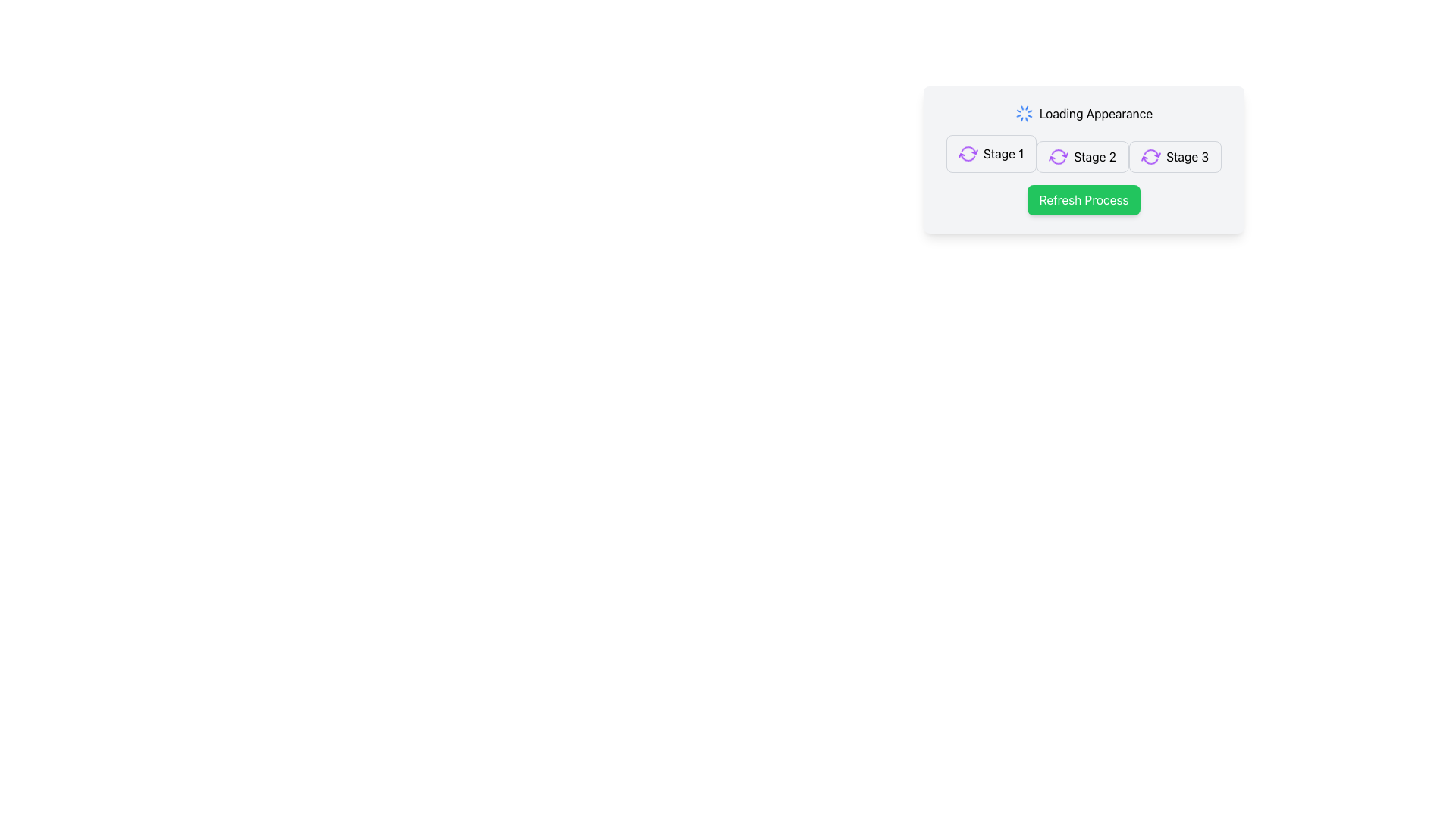 This screenshot has width=1456, height=819. What do you see at coordinates (1175, 157) in the screenshot?
I see `the 'Stage 3' button, which is a rectangular button with a light border and a purple refresh icon, located at the rightmost position in a row of similar buttons` at bounding box center [1175, 157].